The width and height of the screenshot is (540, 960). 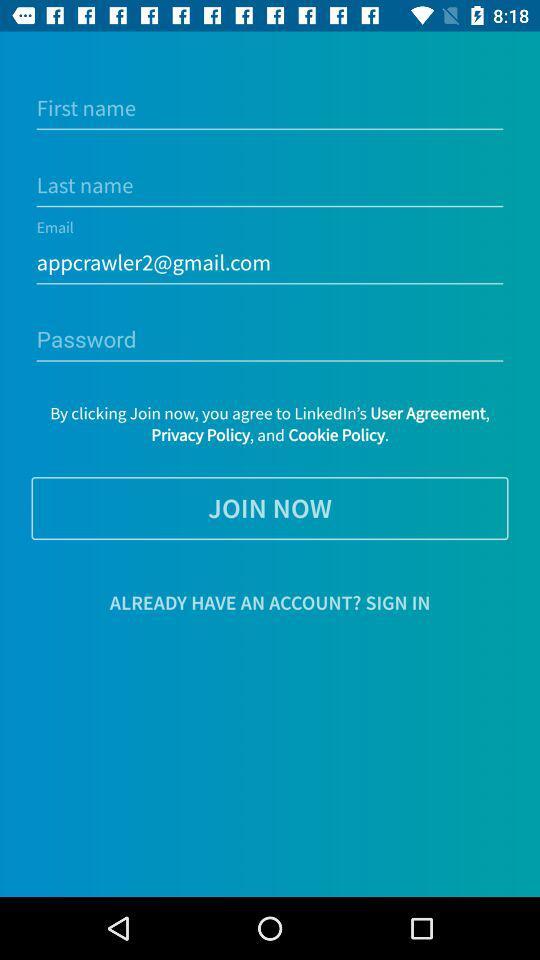 I want to click on name bar, so click(x=270, y=108).